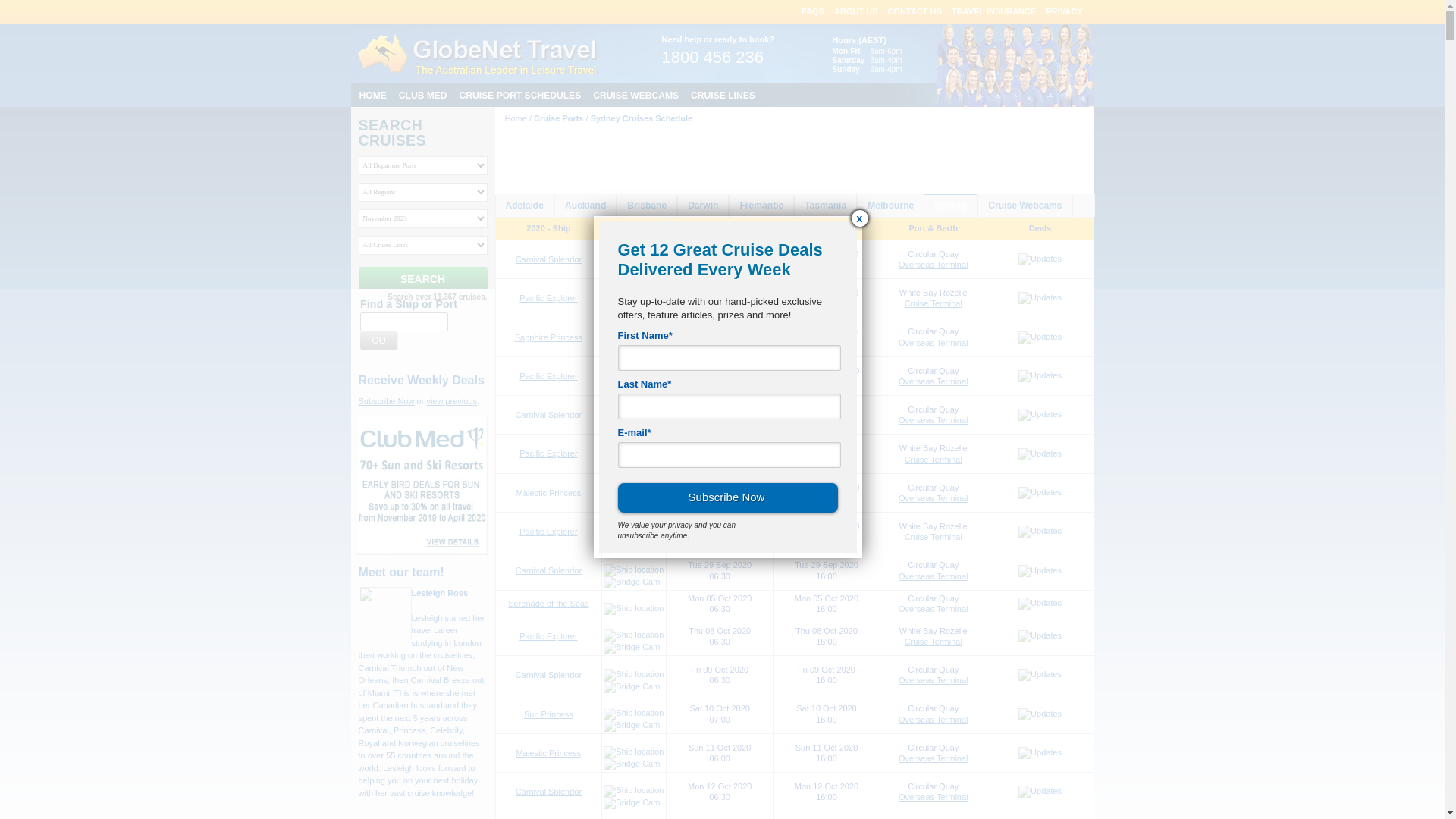  What do you see at coordinates (585, 95) in the screenshot?
I see `'CRUISE WEBCAMS'` at bounding box center [585, 95].